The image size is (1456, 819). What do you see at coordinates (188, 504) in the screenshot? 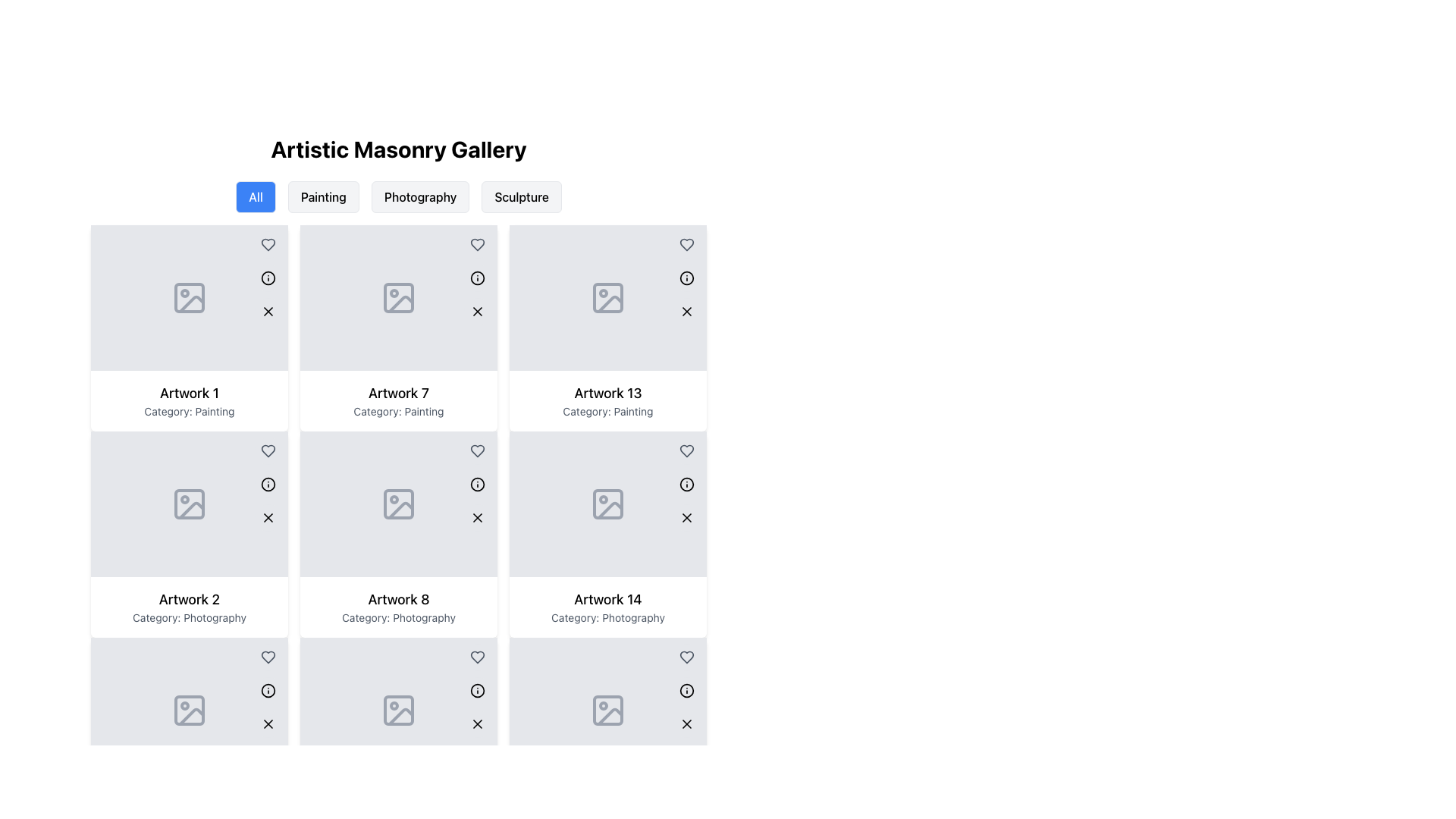
I see `the icon representing an image, styled with a gray outline, found in the second item of the first column in the masonry gallery labeled 'Artwork 2' under the category 'Photography'` at bounding box center [188, 504].